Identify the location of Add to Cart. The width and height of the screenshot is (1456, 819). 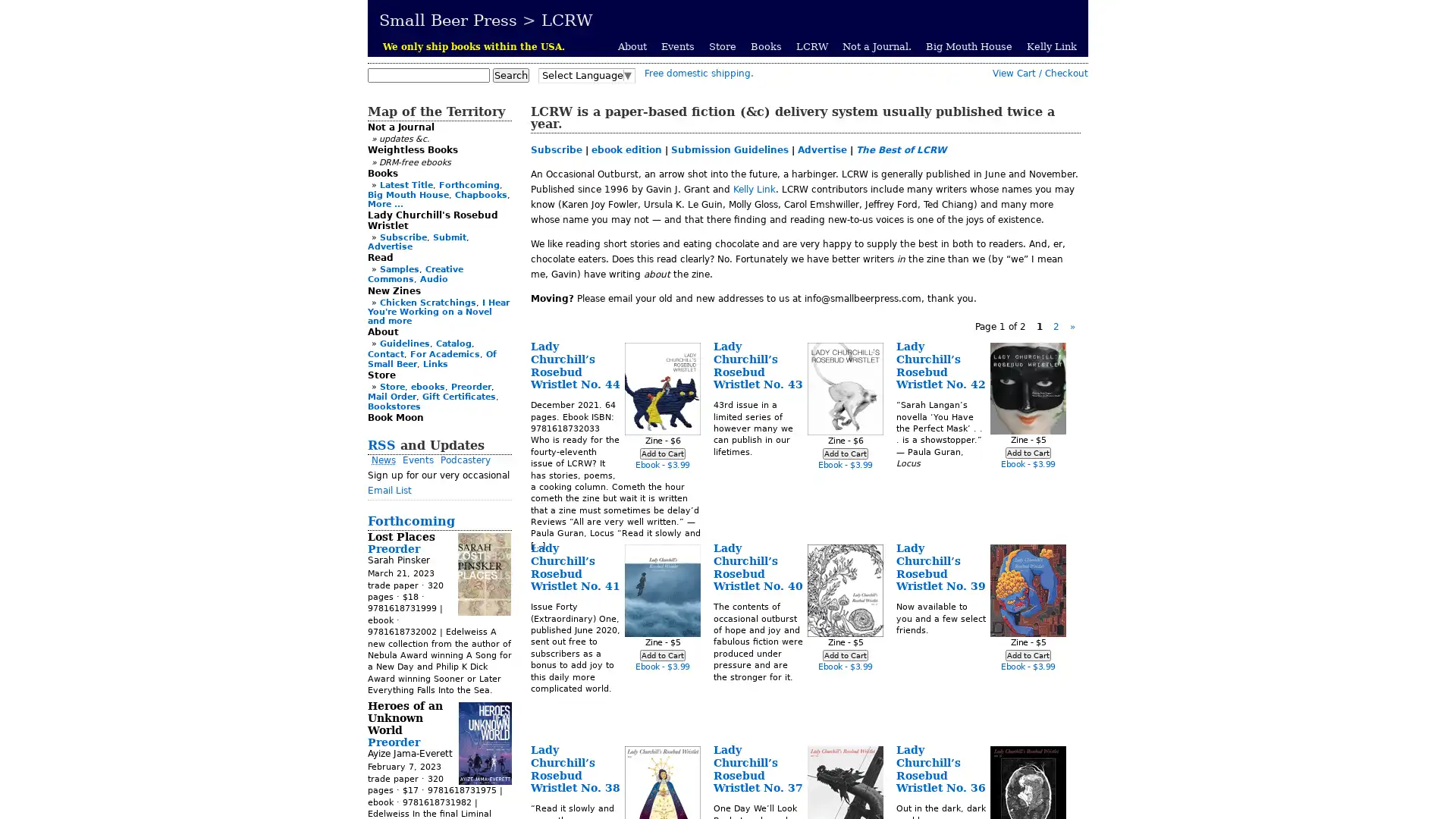
(1028, 452).